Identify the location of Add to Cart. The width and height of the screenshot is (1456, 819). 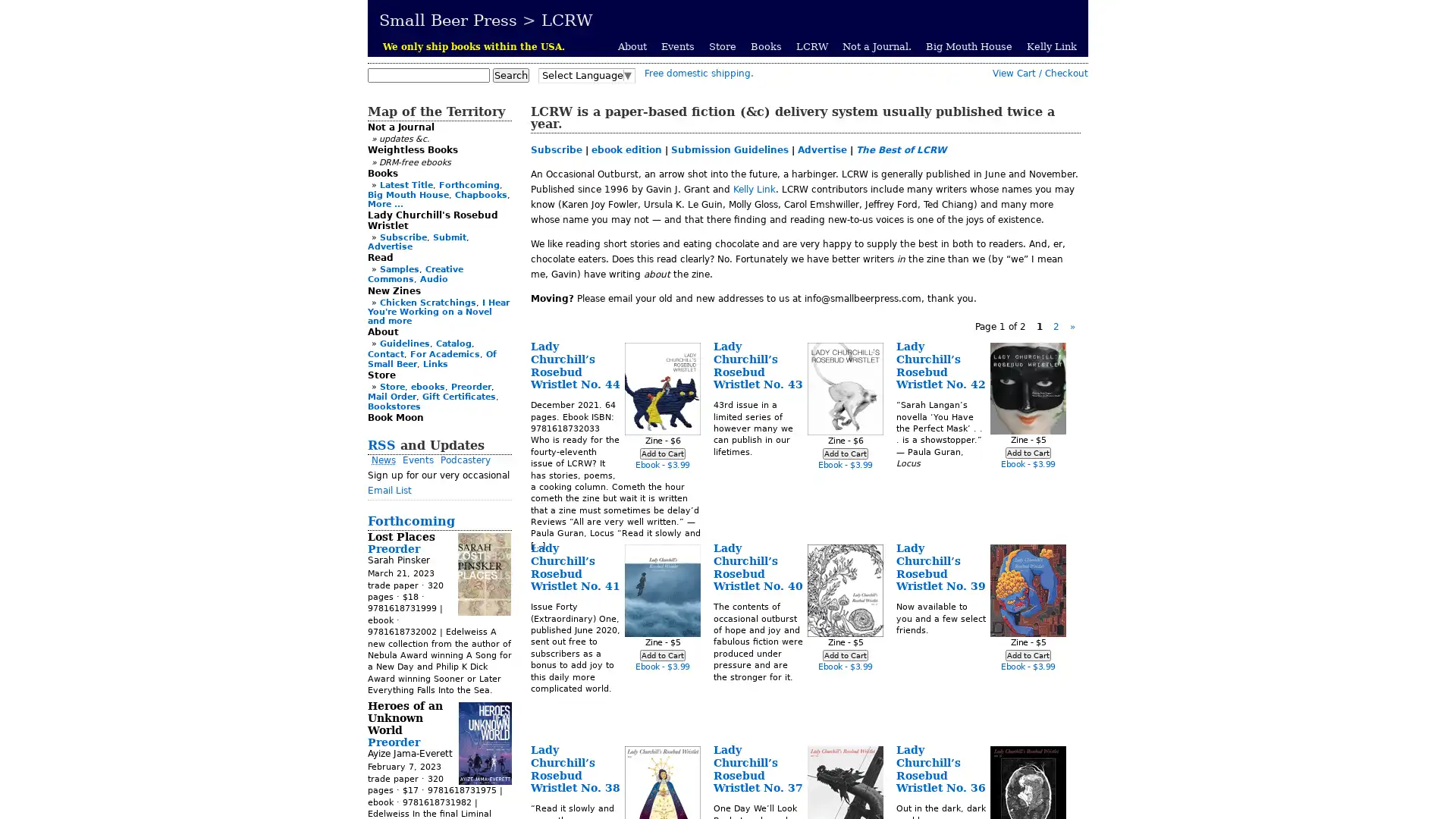
(1028, 452).